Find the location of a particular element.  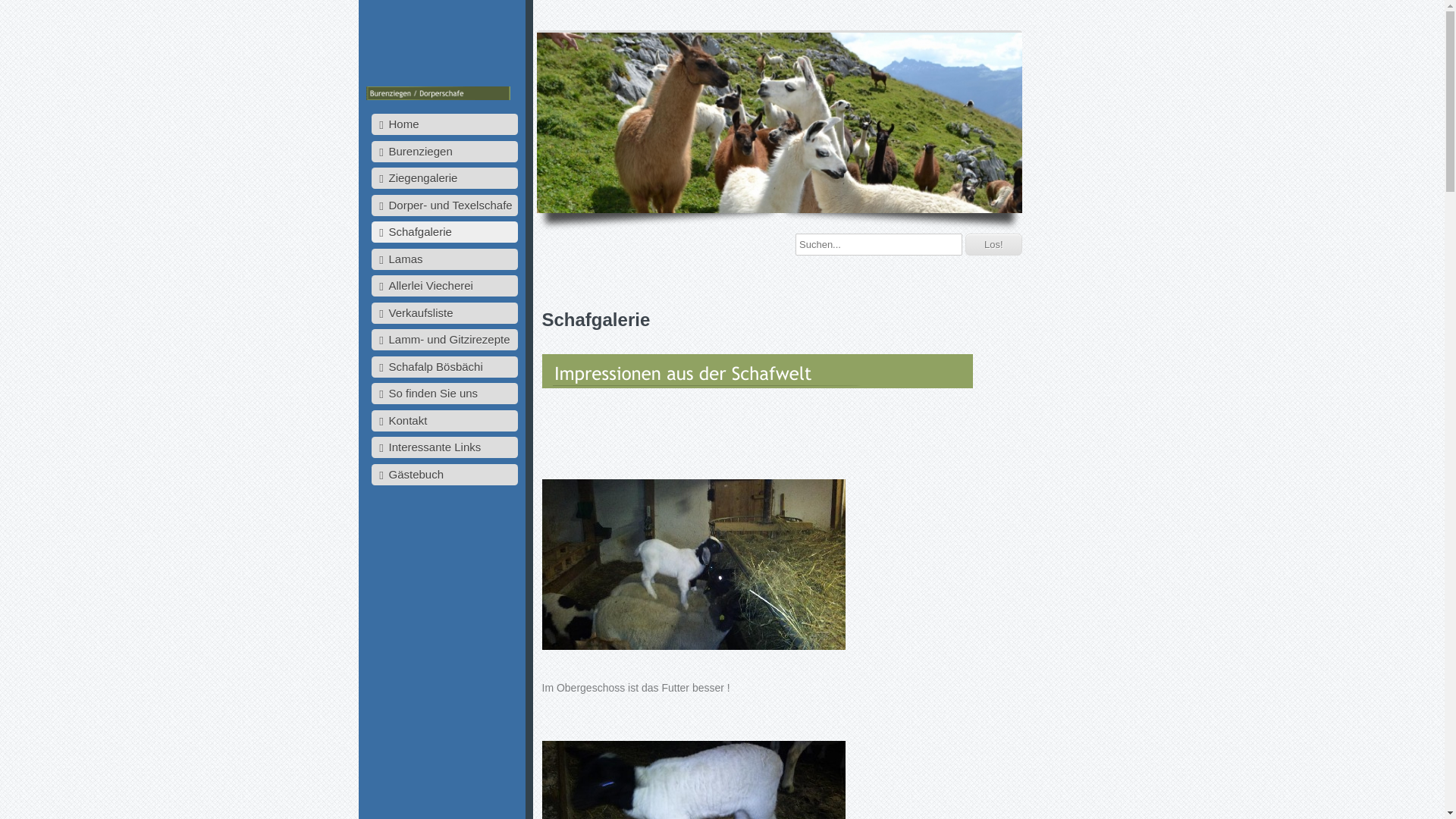

'Dorper- und Texelschafe' is located at coordinates (371, 205).